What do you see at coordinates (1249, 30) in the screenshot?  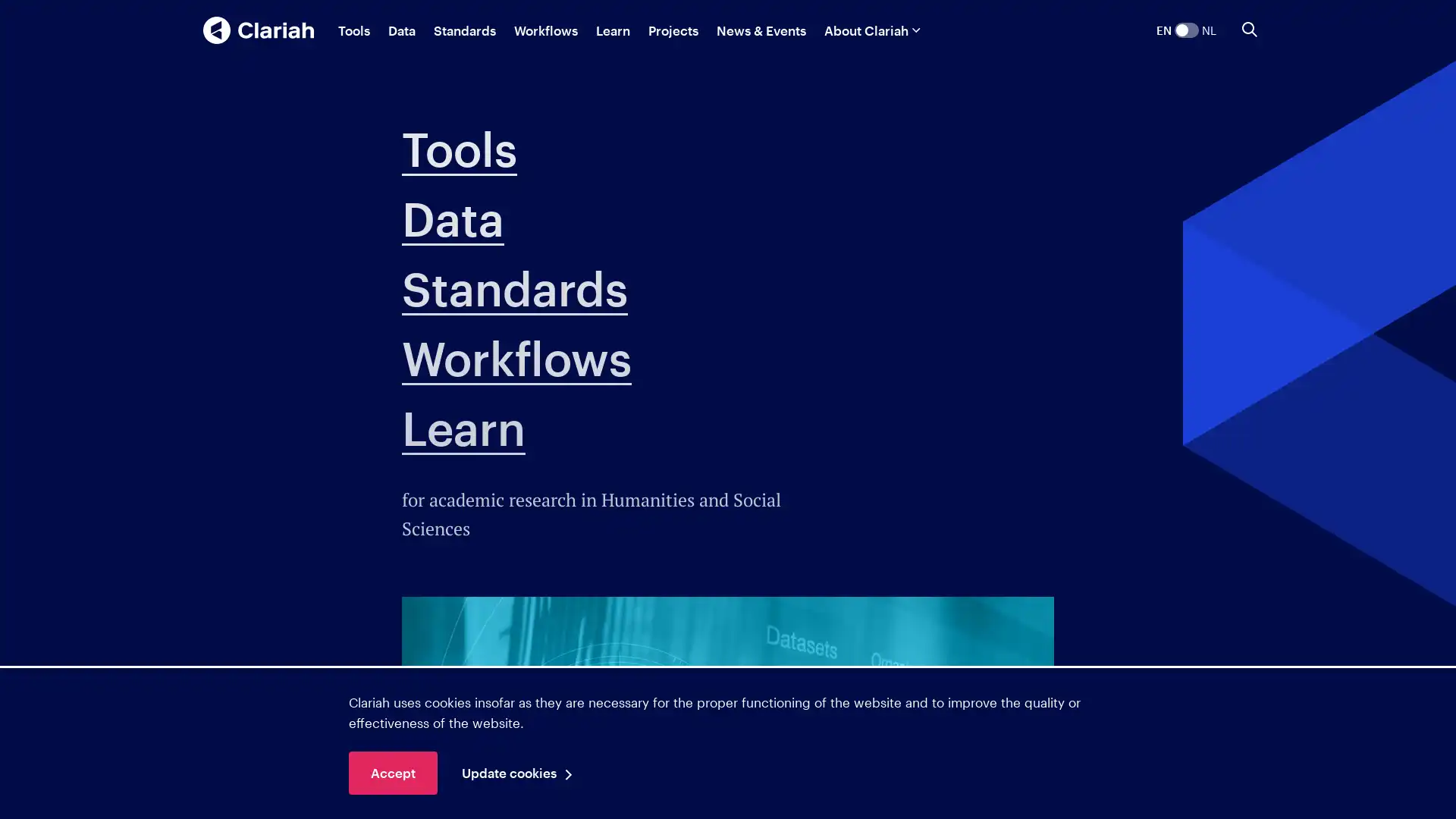 I see `Open searchbar` at bounding box center [1249, 30].